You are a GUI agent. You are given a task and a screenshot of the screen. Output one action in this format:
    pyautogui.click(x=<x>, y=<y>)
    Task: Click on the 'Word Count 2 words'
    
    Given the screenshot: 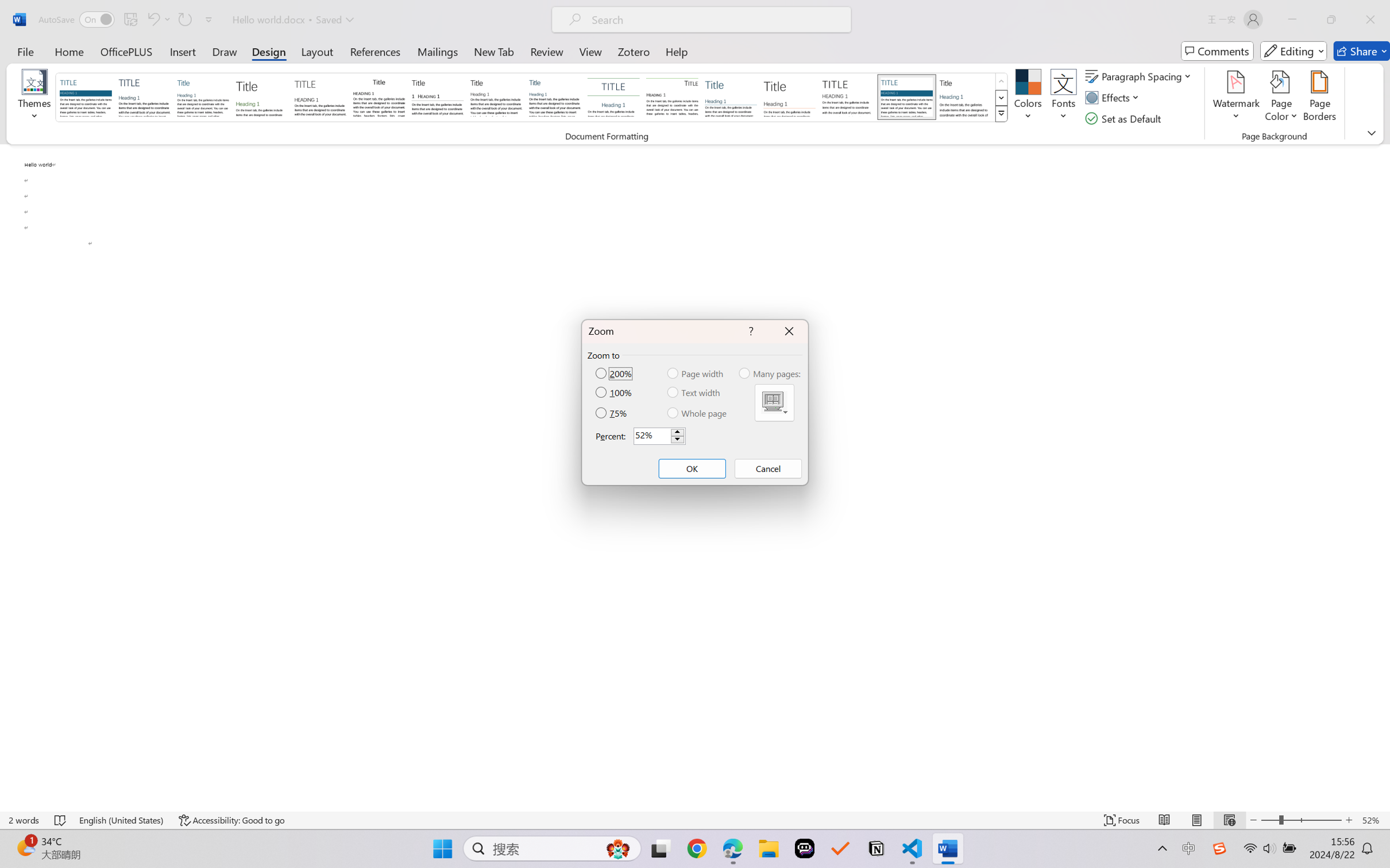 What is the action you would take?
    pyautogui.click(x=24, y=820)
    